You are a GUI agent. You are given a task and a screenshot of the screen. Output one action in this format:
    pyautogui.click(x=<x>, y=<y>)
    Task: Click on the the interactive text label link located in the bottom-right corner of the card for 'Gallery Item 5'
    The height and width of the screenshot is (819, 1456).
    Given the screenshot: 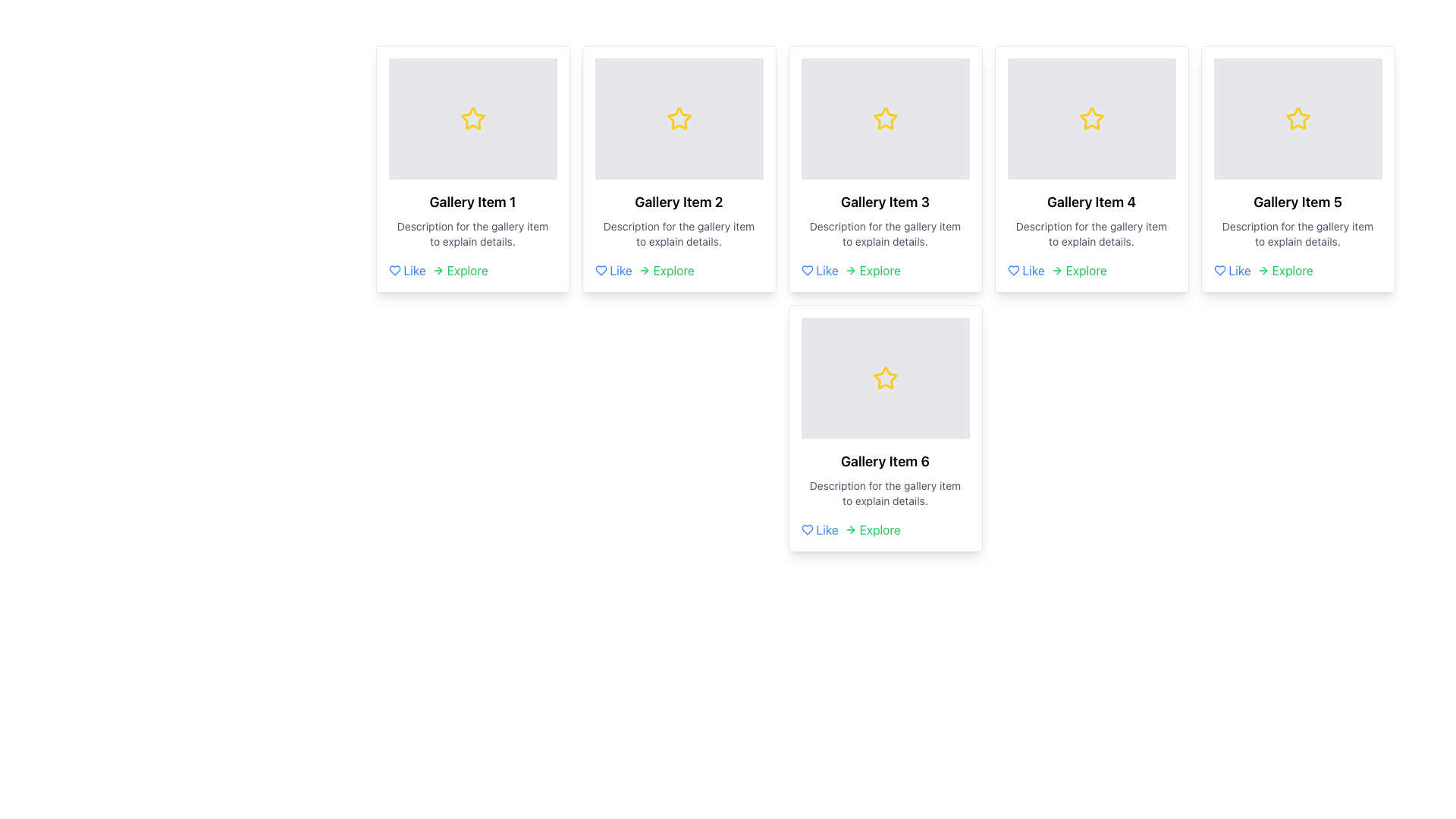 What is the action you would take?
    pyautogui.click(x=1284, y=270)
    